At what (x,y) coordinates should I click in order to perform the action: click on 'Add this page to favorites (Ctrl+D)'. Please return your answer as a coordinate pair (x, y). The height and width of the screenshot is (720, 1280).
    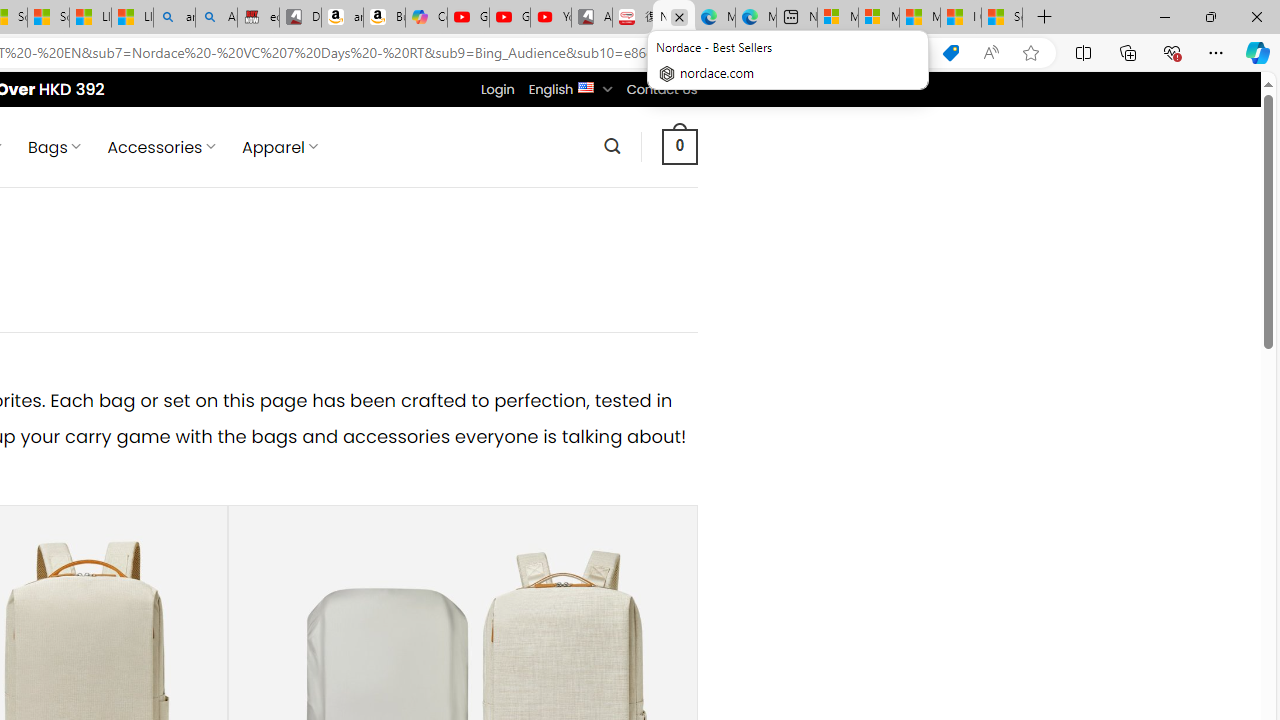
    Looking at the image, I should click on (1031, 52).